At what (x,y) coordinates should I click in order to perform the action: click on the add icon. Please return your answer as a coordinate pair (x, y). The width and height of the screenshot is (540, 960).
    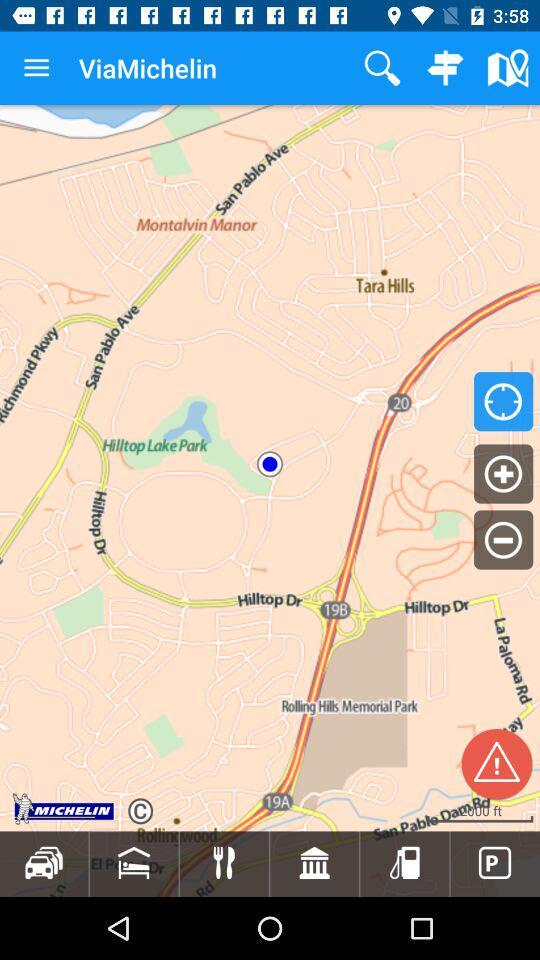
    Looking at the image, I should click on (502, 473).